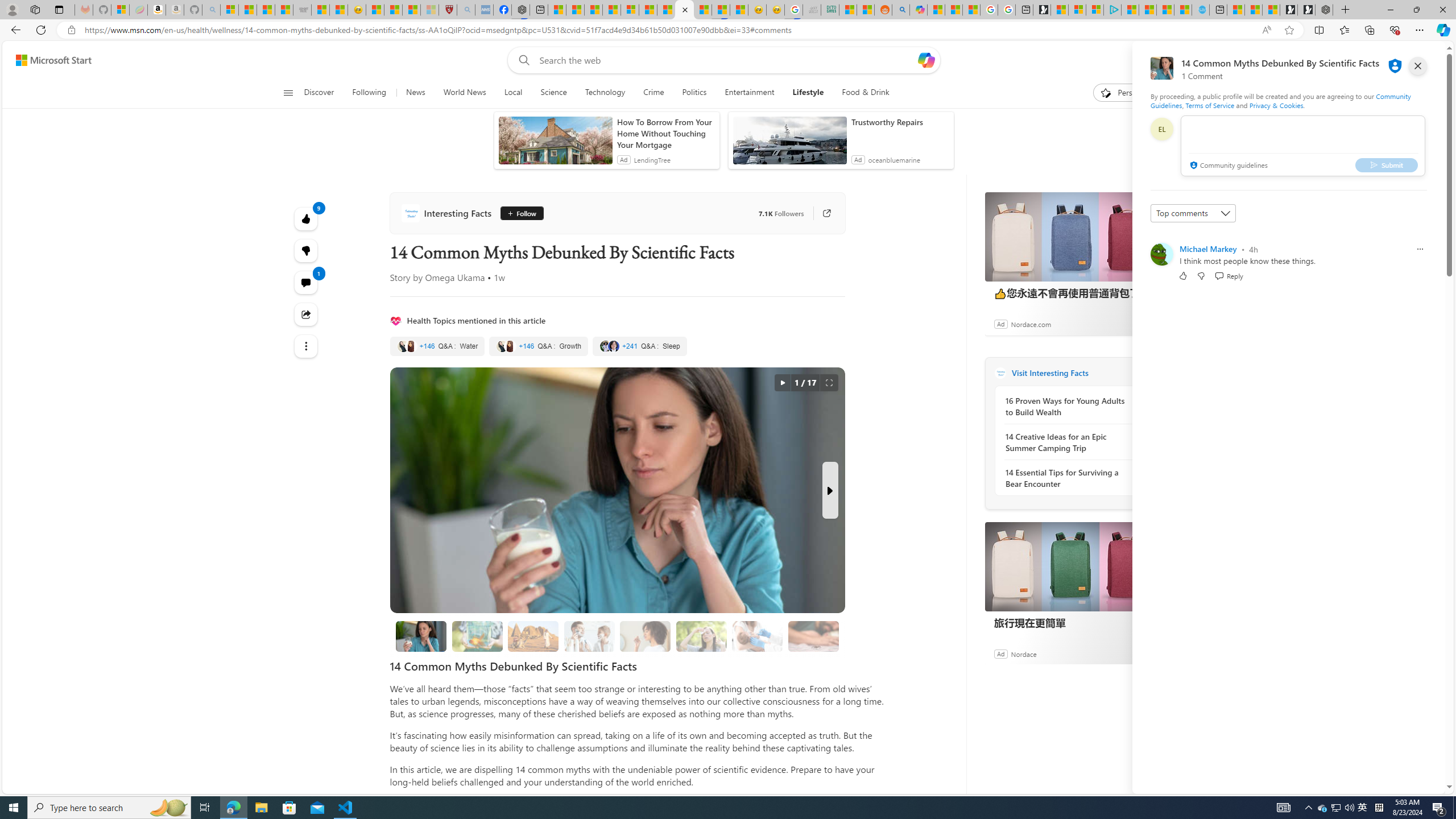 This screenshot has height=819, width=1456. I want to click on 'Technology', so click(605, 92).